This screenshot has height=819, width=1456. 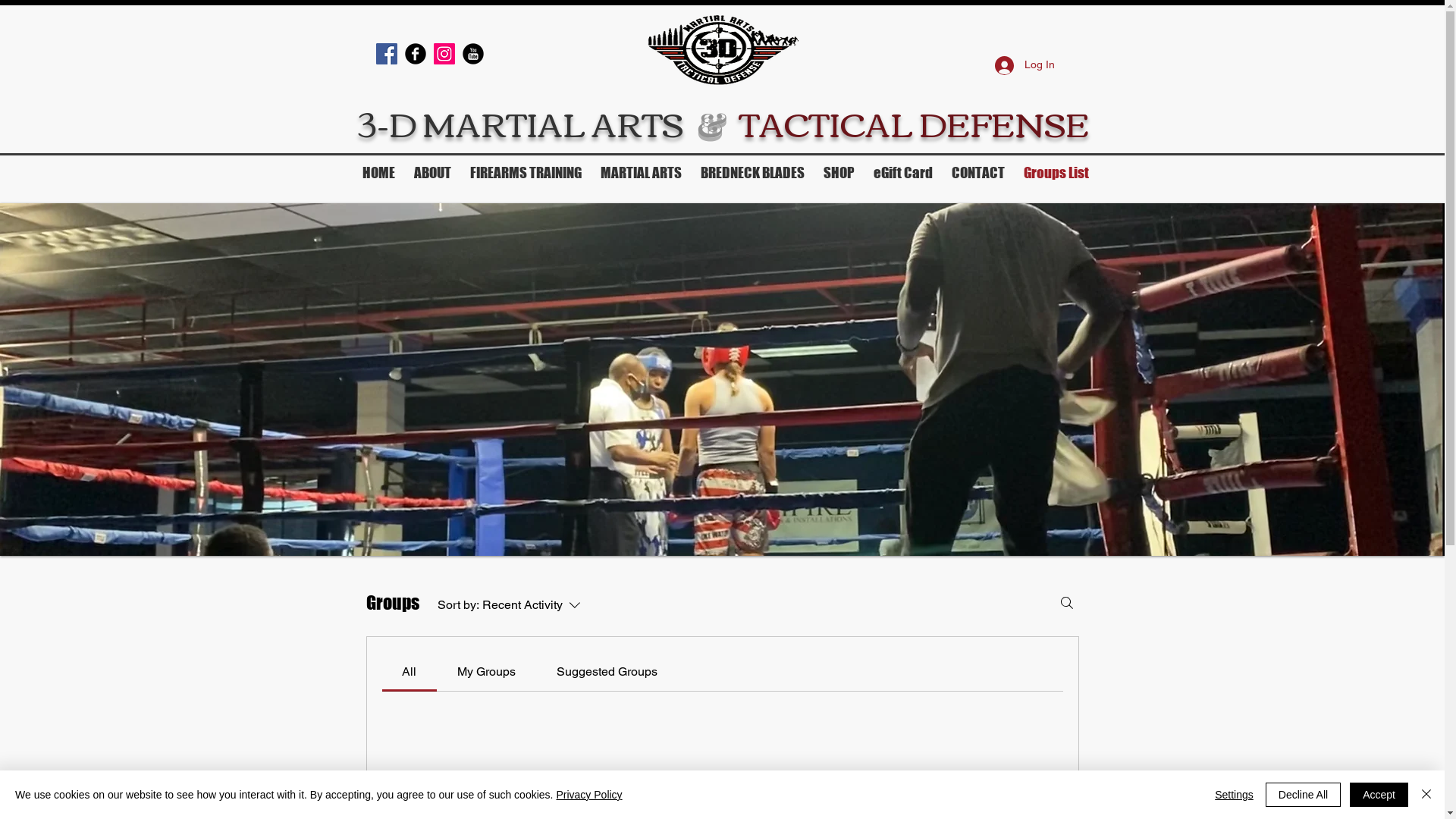 I want to click on 'SHOP', so click(x=839, y=171).